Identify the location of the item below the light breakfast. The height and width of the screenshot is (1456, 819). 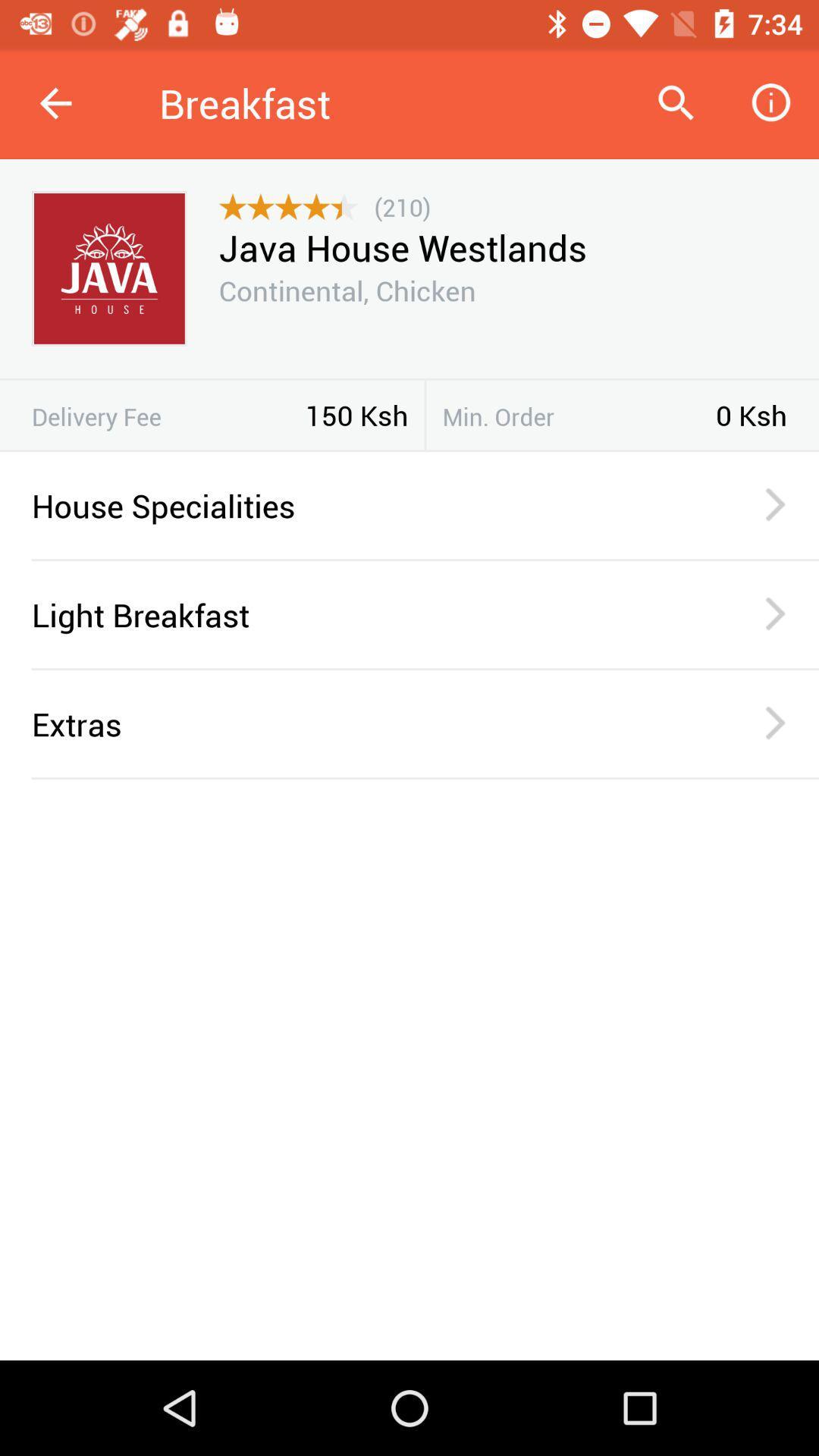
(425, 668).